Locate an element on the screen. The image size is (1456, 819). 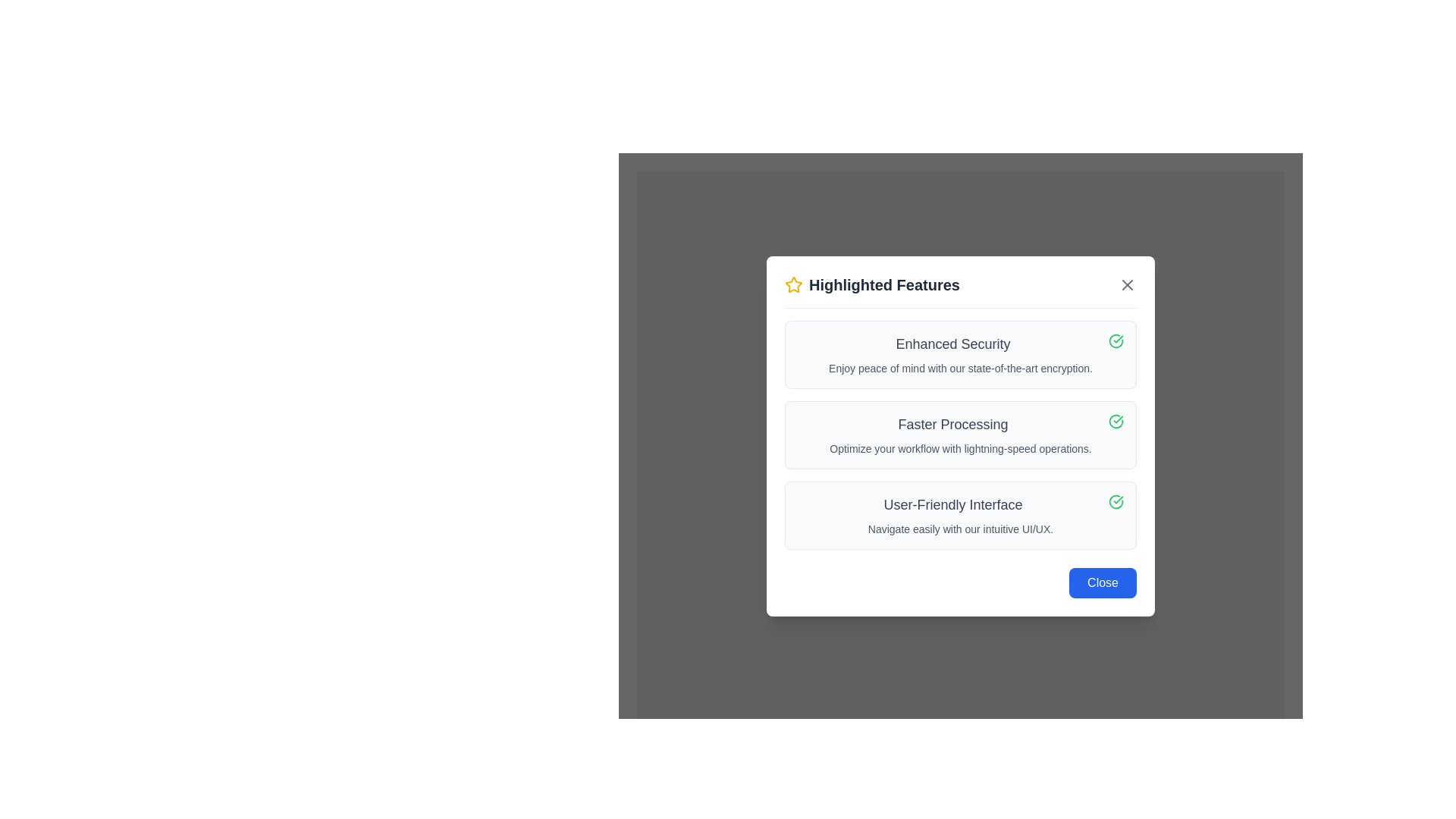
the green-colored check icon with a circular border located at the top-right corner of the 'Enhanced Security' card is located at coordinates (1116, 339).